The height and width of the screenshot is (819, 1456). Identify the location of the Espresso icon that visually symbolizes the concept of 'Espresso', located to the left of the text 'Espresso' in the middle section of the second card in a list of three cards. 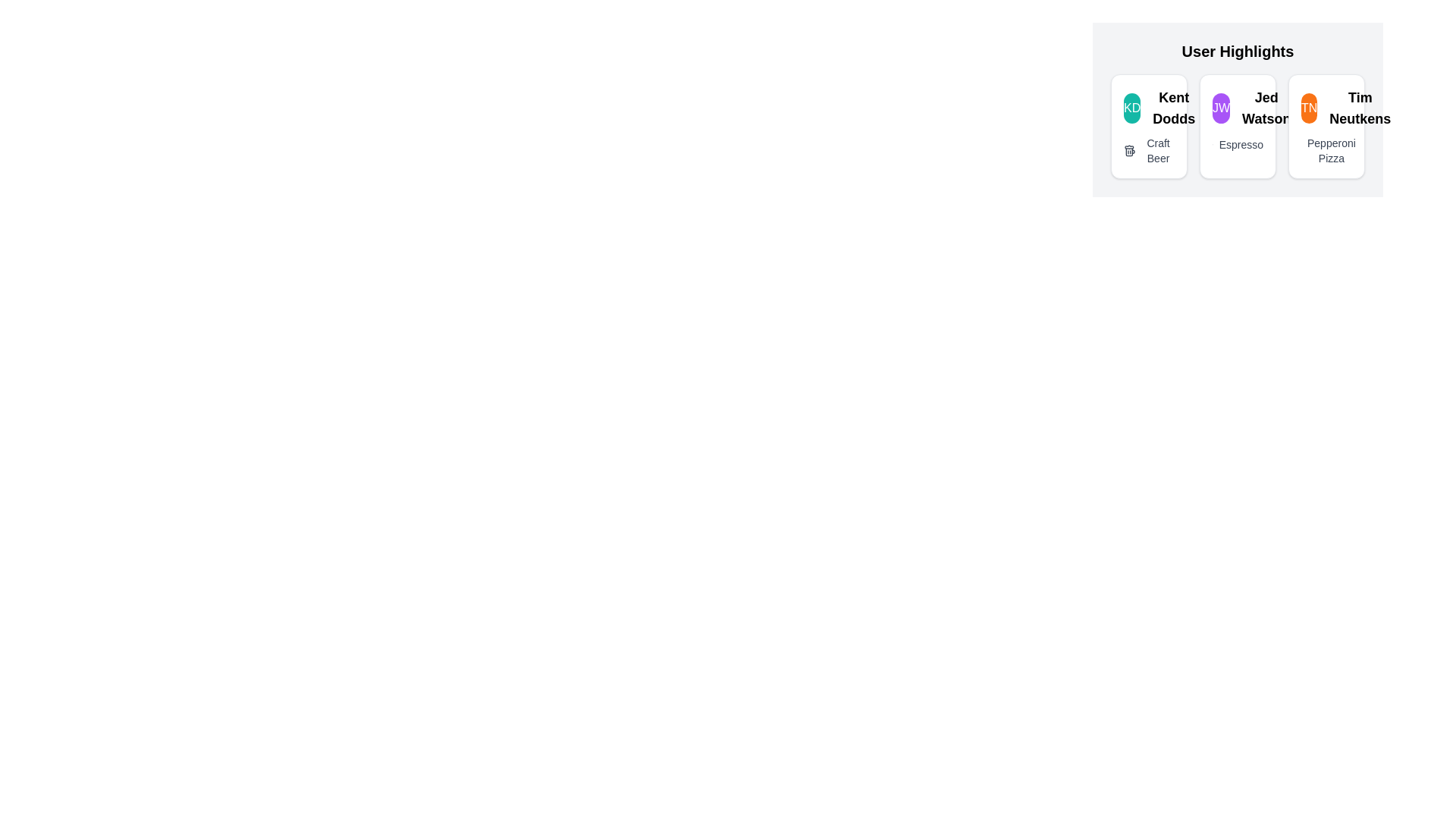
(1212, 145).